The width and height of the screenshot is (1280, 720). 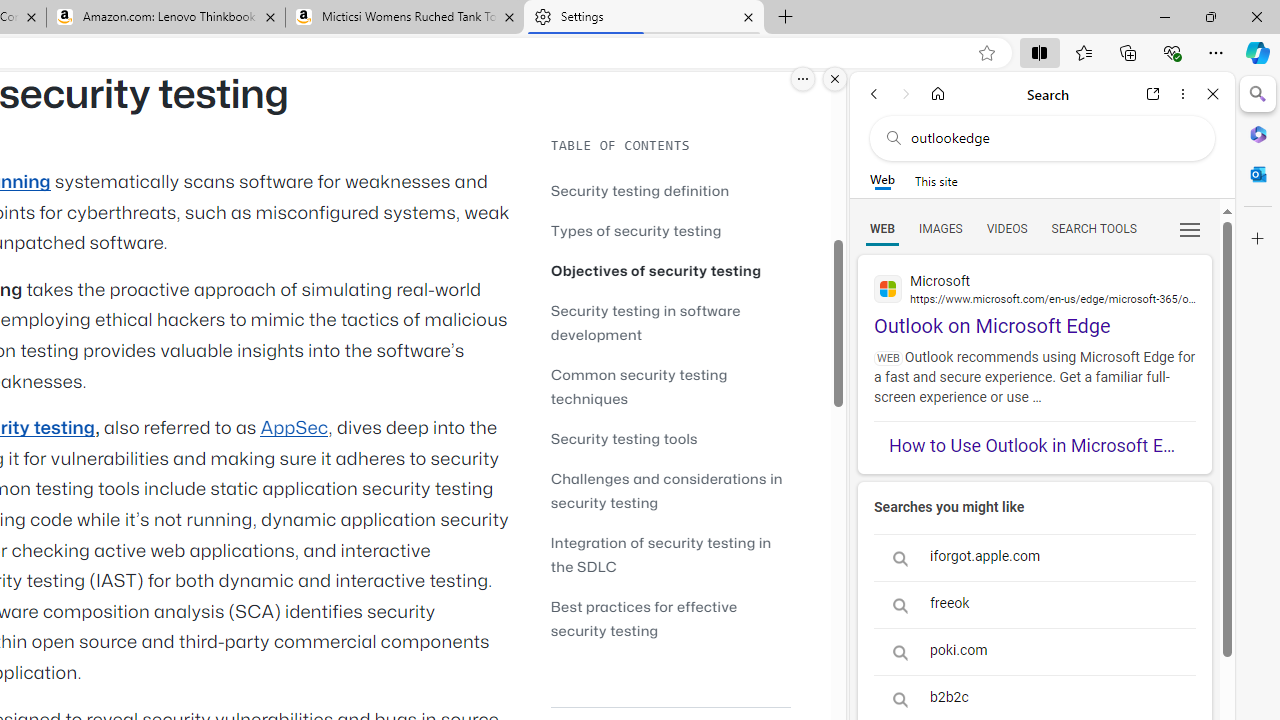 I want to click on 'iforgot.apple.com', so click(x=1034, y=557).